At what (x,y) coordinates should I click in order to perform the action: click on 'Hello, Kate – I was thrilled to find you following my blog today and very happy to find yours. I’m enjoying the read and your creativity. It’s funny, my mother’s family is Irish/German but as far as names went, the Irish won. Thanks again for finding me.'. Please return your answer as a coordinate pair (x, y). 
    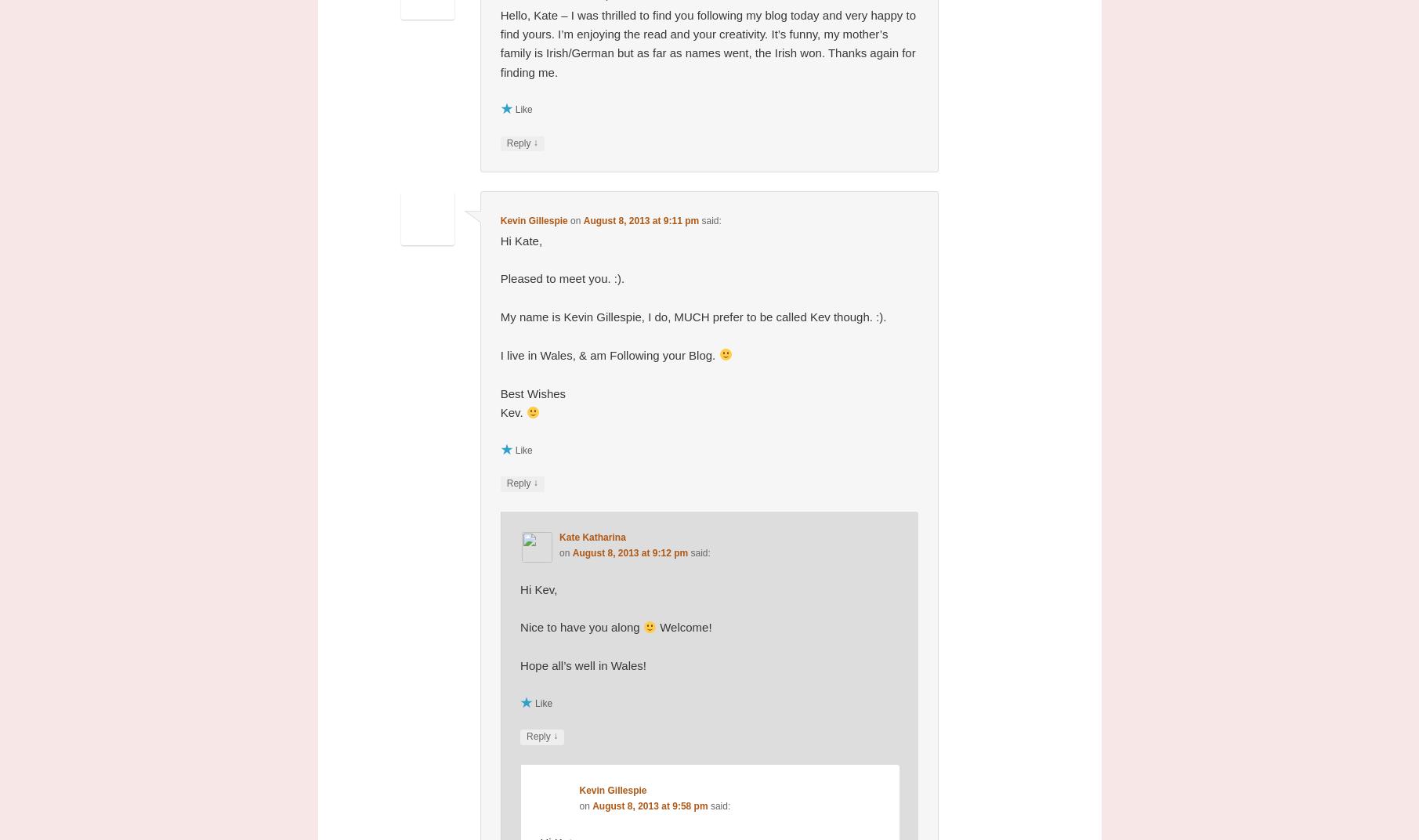
    Looking at the image, I should click on (500, 42).